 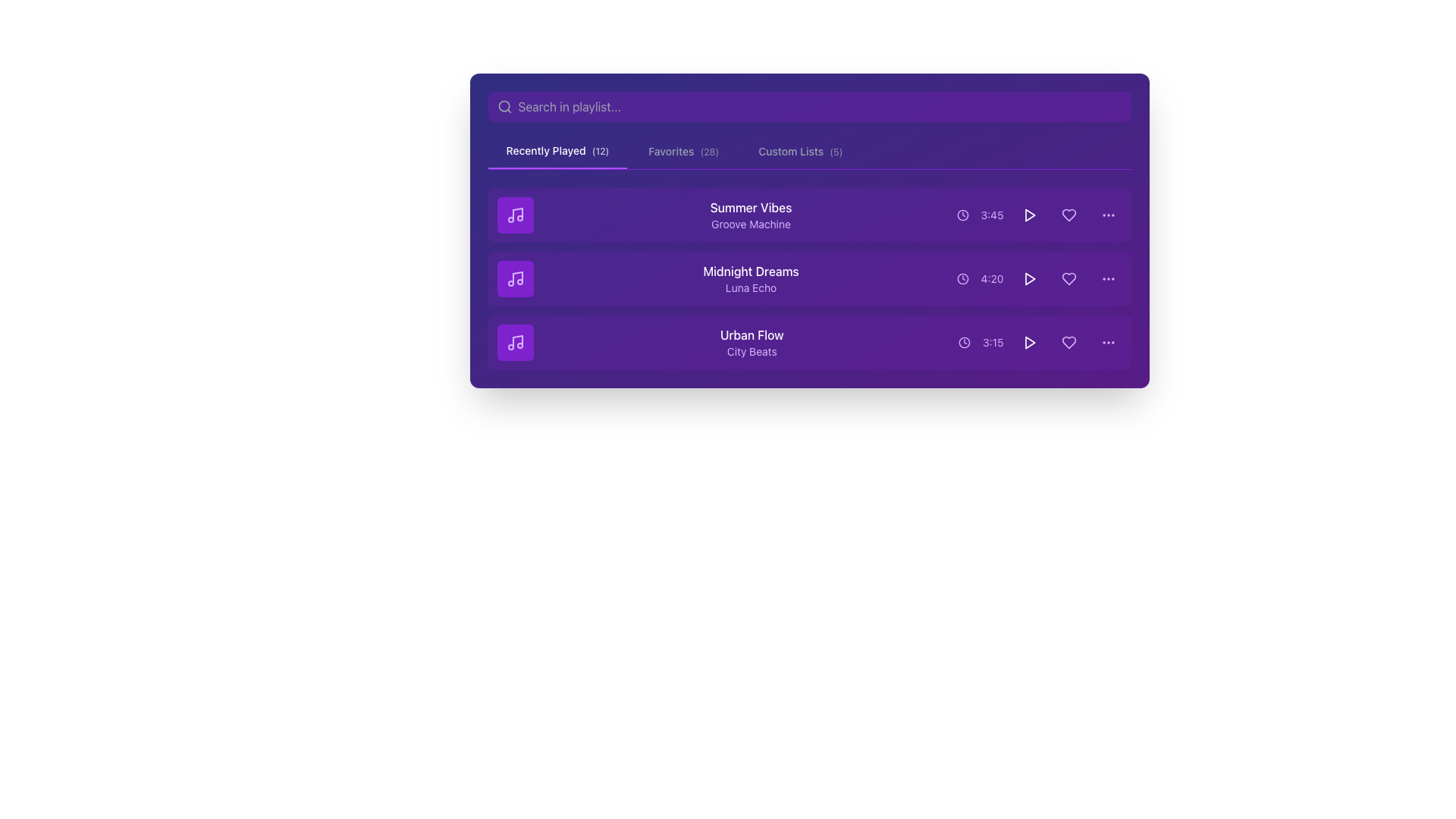 What do you see at coordinates (1029, 342) in the screenshot?
I see `the play button with a circular purple background and a white triangular play icon, located in the 'Urban Flow' row under 'Recently Played'` at bounding box center [1029, 342].